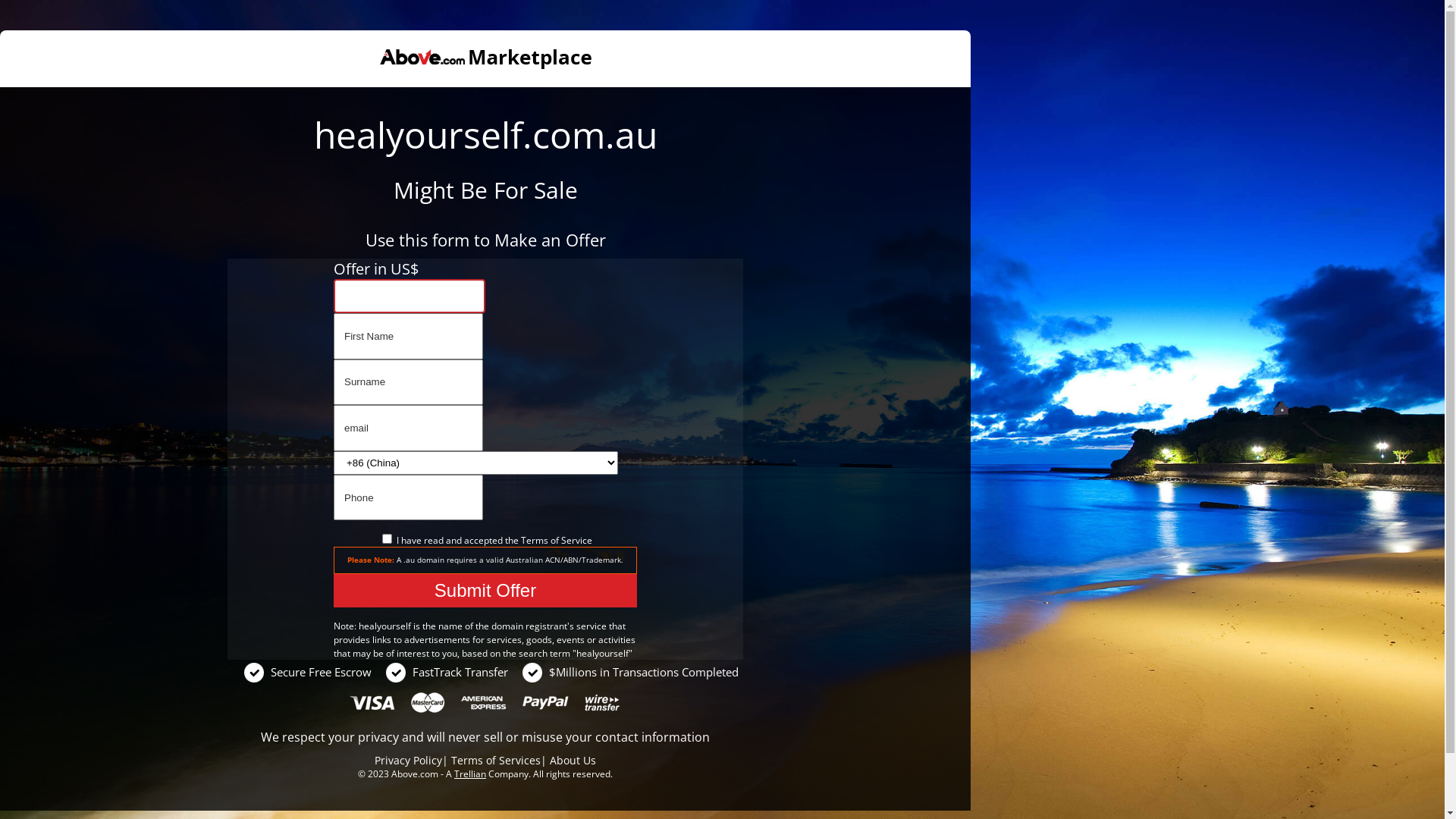 The width and height of the screenshot is (1456, 819). Describe the element at coordinates (453, 773) in the screenshot. I see `'Trellian'` at that location.